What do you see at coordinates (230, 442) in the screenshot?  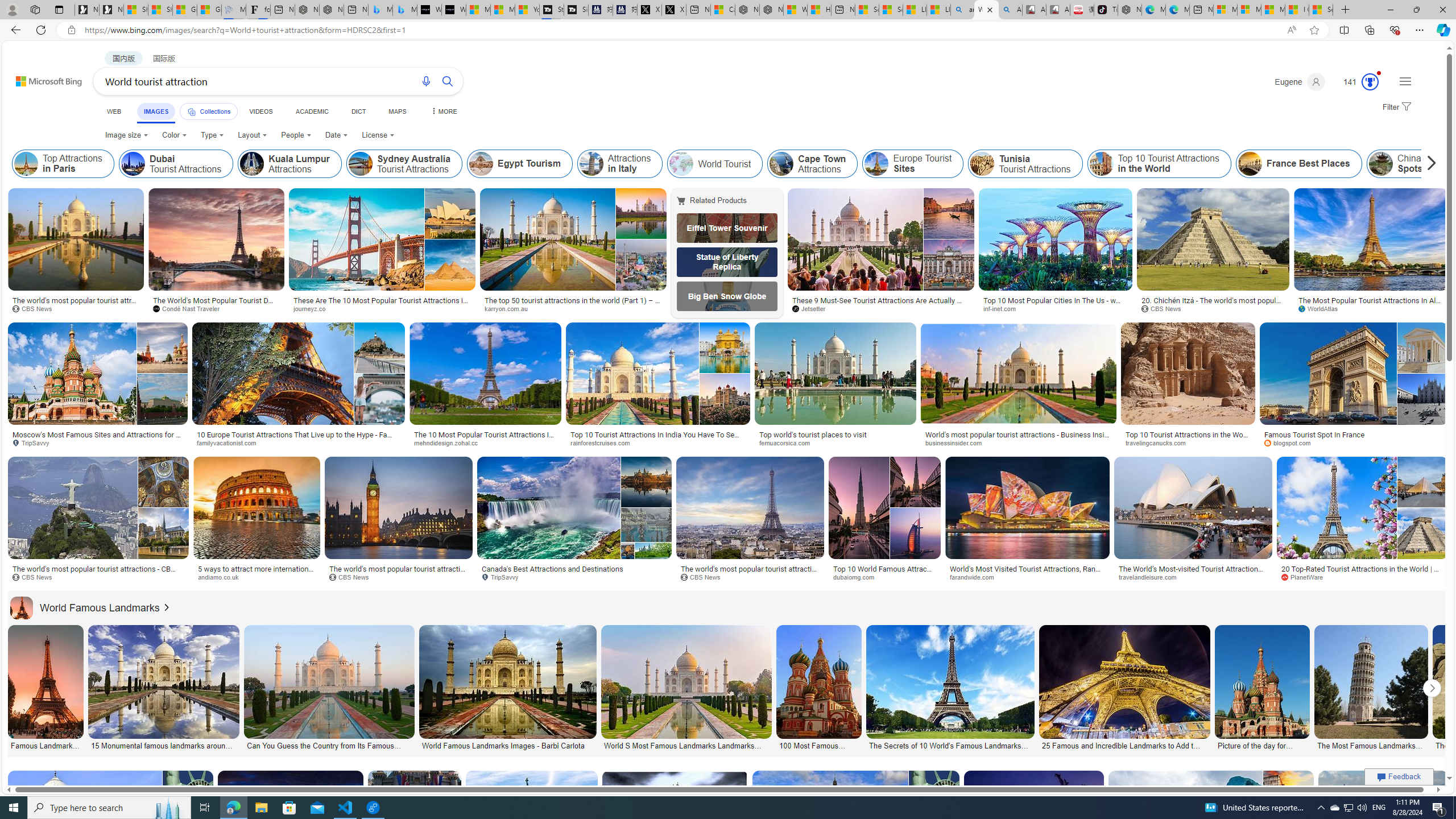 I see `'familyvacationist.com'` at bounding box center [230, 442].